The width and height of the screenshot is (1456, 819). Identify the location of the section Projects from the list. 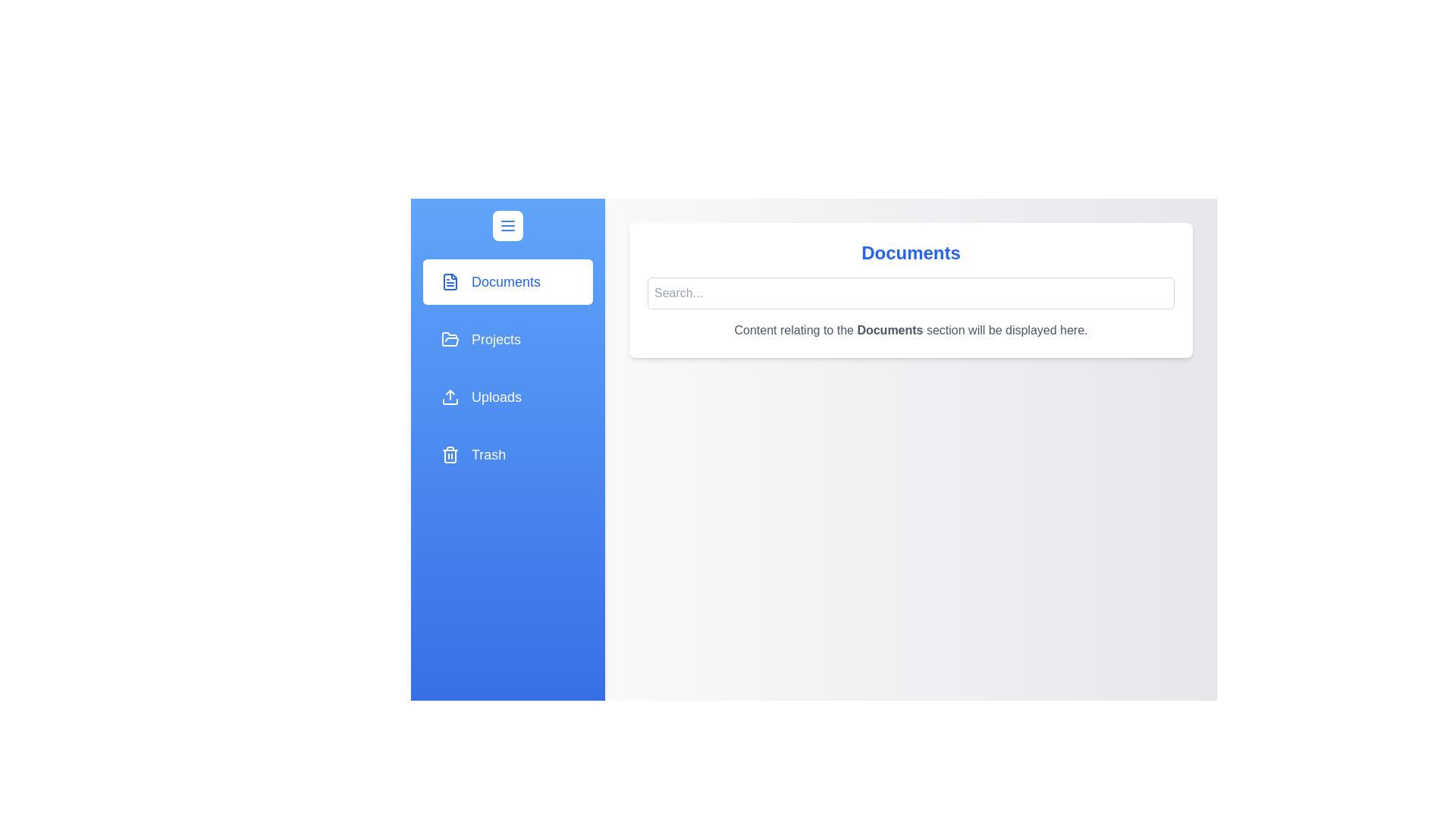
(508, 338).